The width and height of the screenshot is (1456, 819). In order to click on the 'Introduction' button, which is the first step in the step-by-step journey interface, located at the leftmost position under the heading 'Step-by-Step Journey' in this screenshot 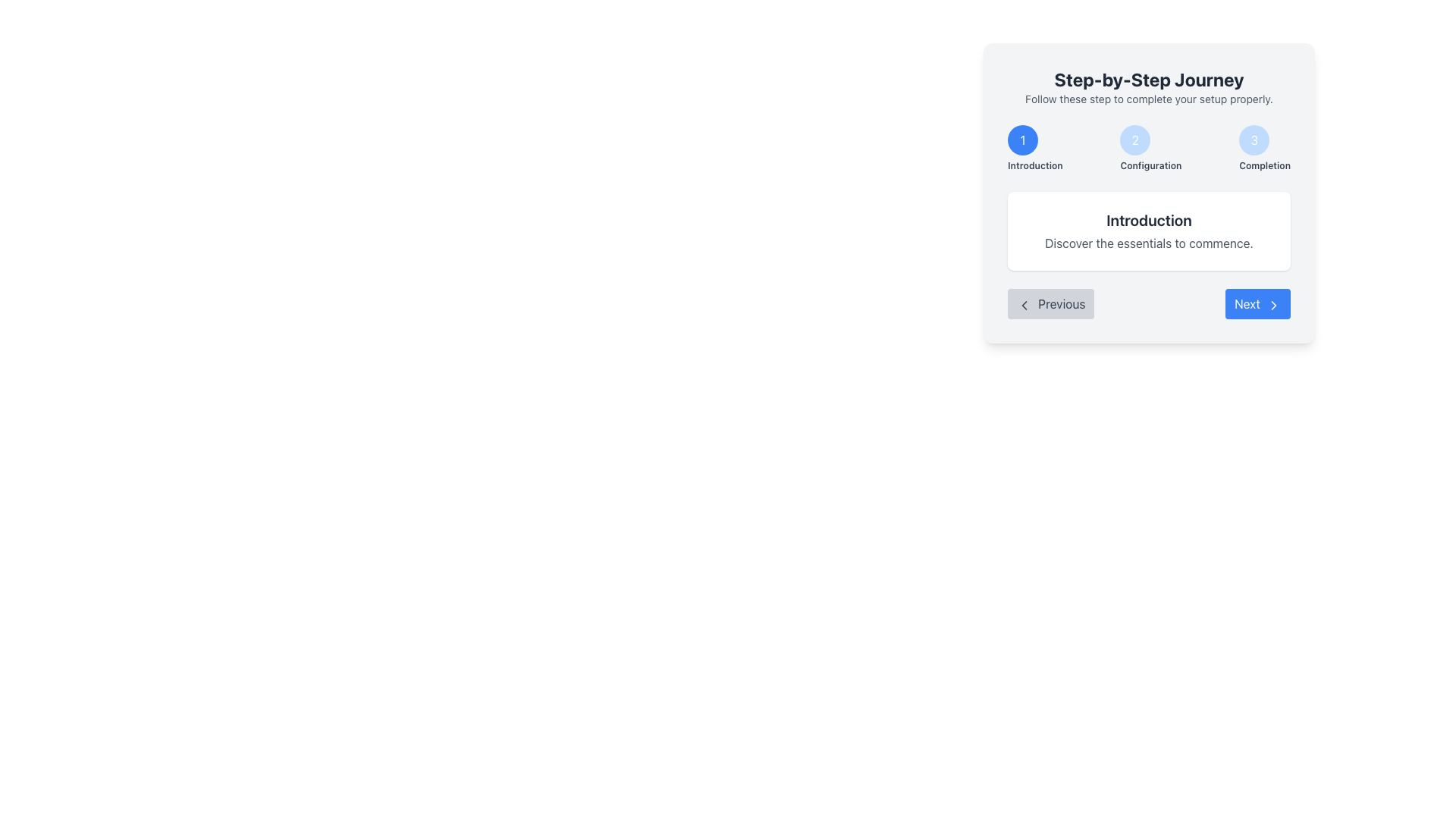, I will do `click(1022, 140)`.